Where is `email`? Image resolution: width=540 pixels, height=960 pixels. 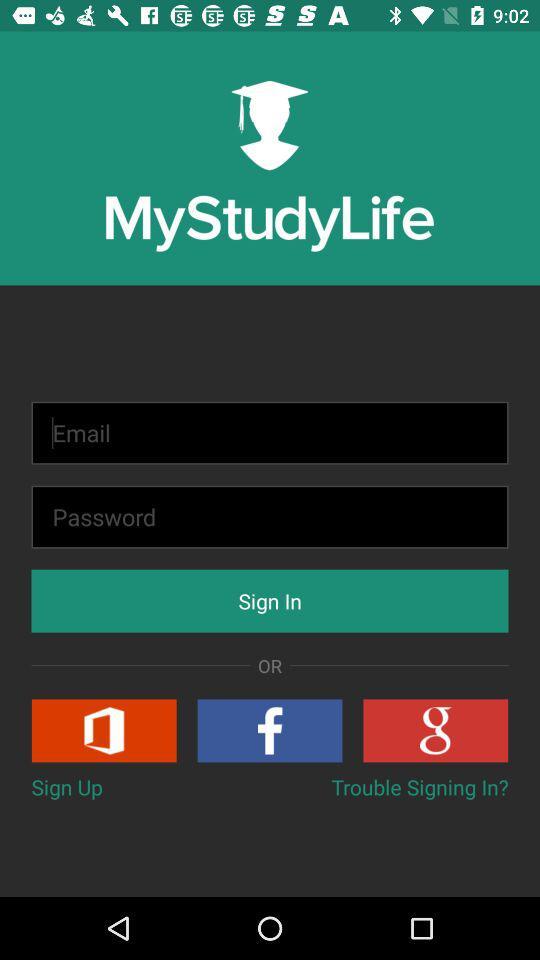 email is located at coordinates (270, 433).